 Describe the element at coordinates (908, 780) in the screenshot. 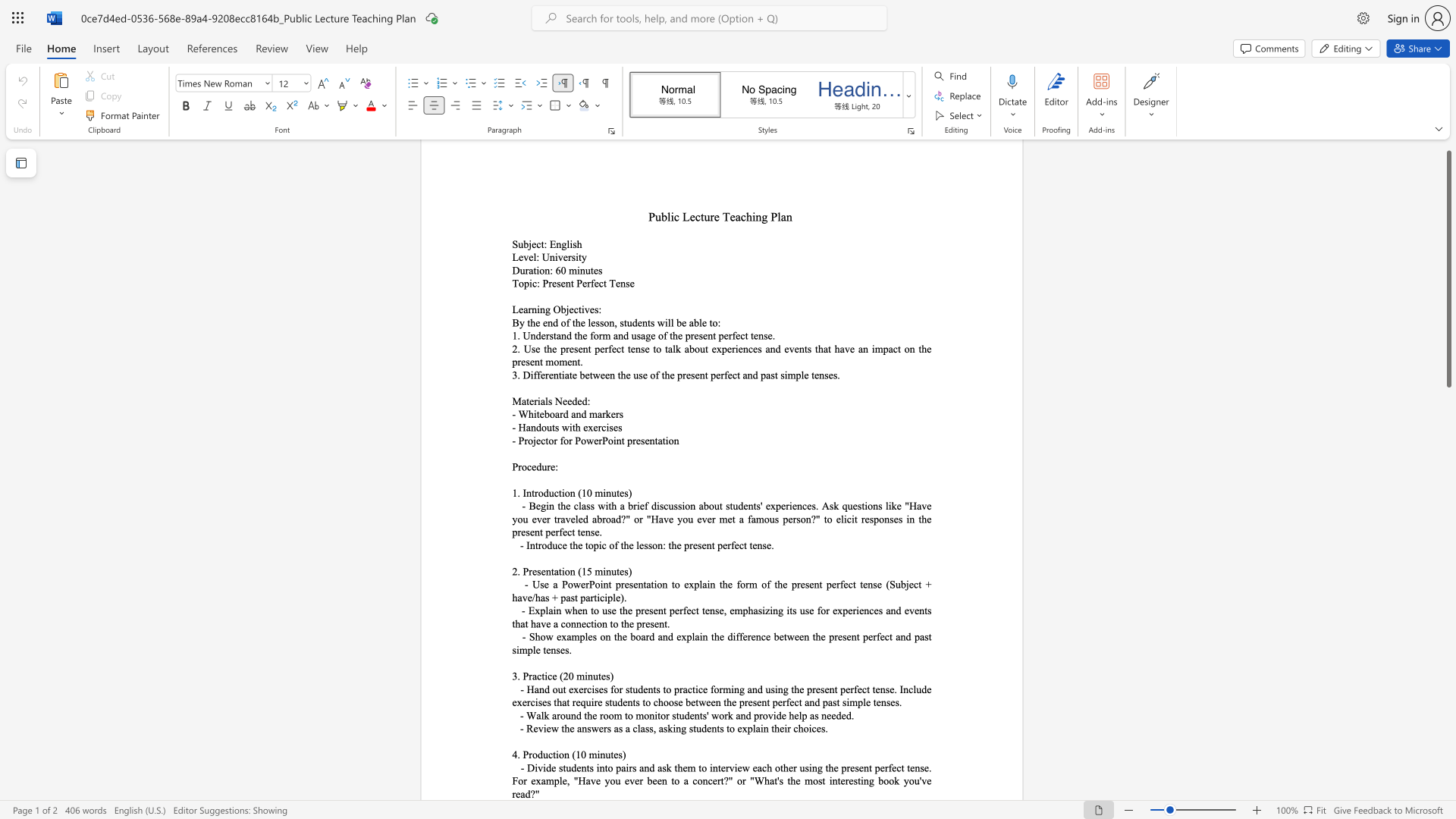

I see `the subset text "ou" within the text "- Divide students into pairs and ask them to interview each other using the present perfect tense. For example,"` at that location.